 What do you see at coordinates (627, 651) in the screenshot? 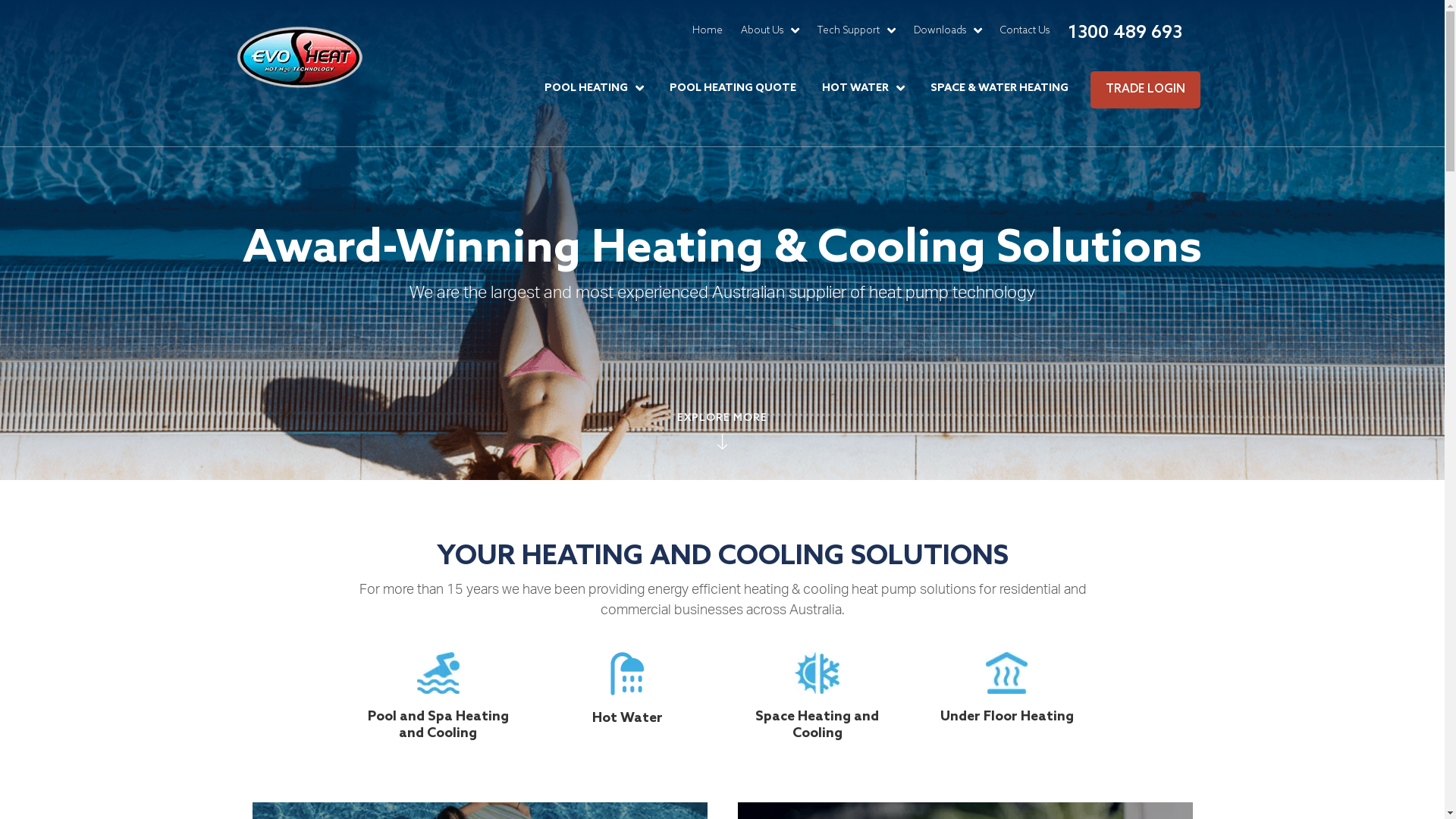
I see `'icon-hot-water'` at bounding box center [627, 651].